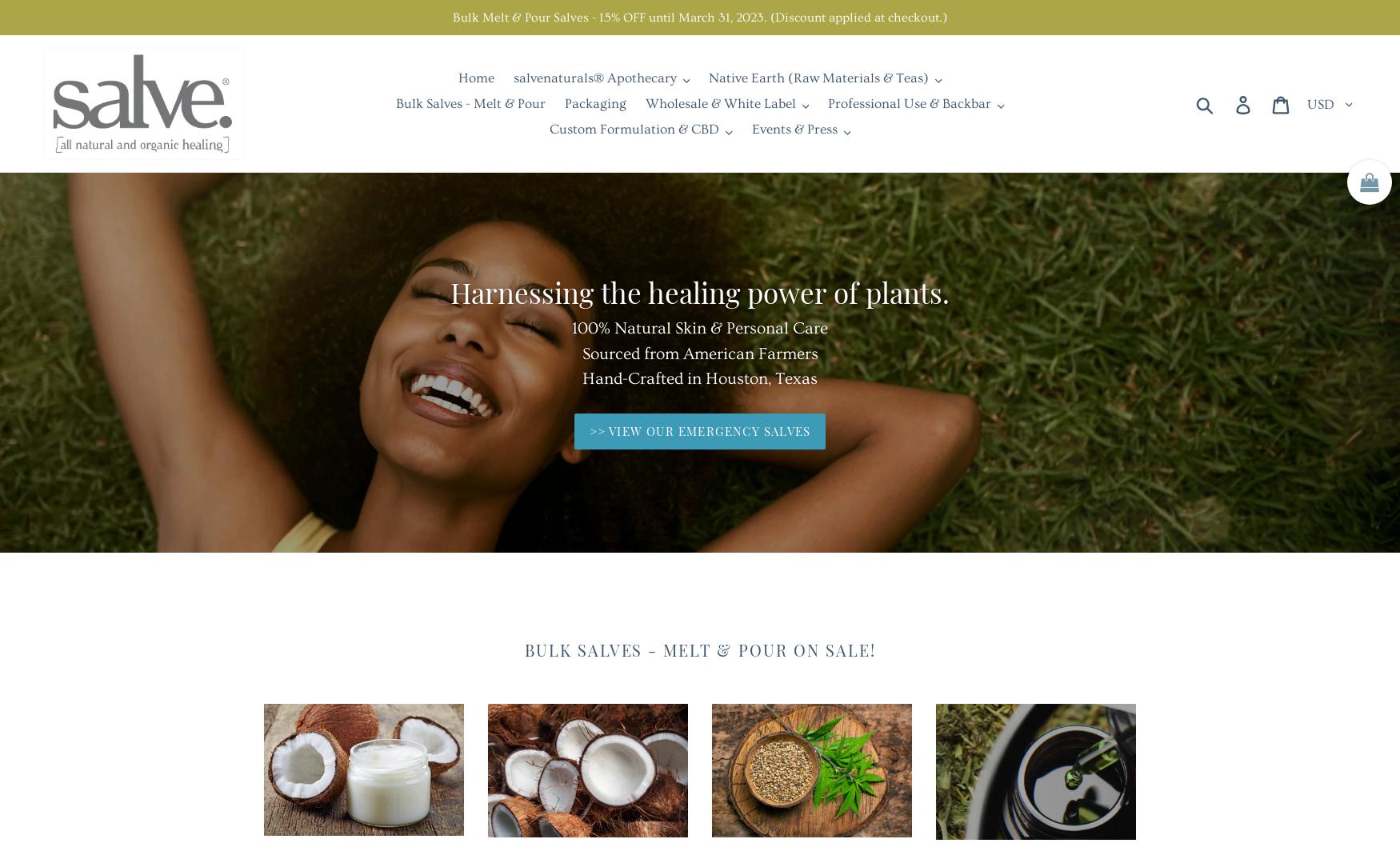 The image size is (1400, 851). What do you see at coordinates (699, 353) in the screenshot?
I see `'Sourced from American Farmers'` at bounding box center [699, 353].